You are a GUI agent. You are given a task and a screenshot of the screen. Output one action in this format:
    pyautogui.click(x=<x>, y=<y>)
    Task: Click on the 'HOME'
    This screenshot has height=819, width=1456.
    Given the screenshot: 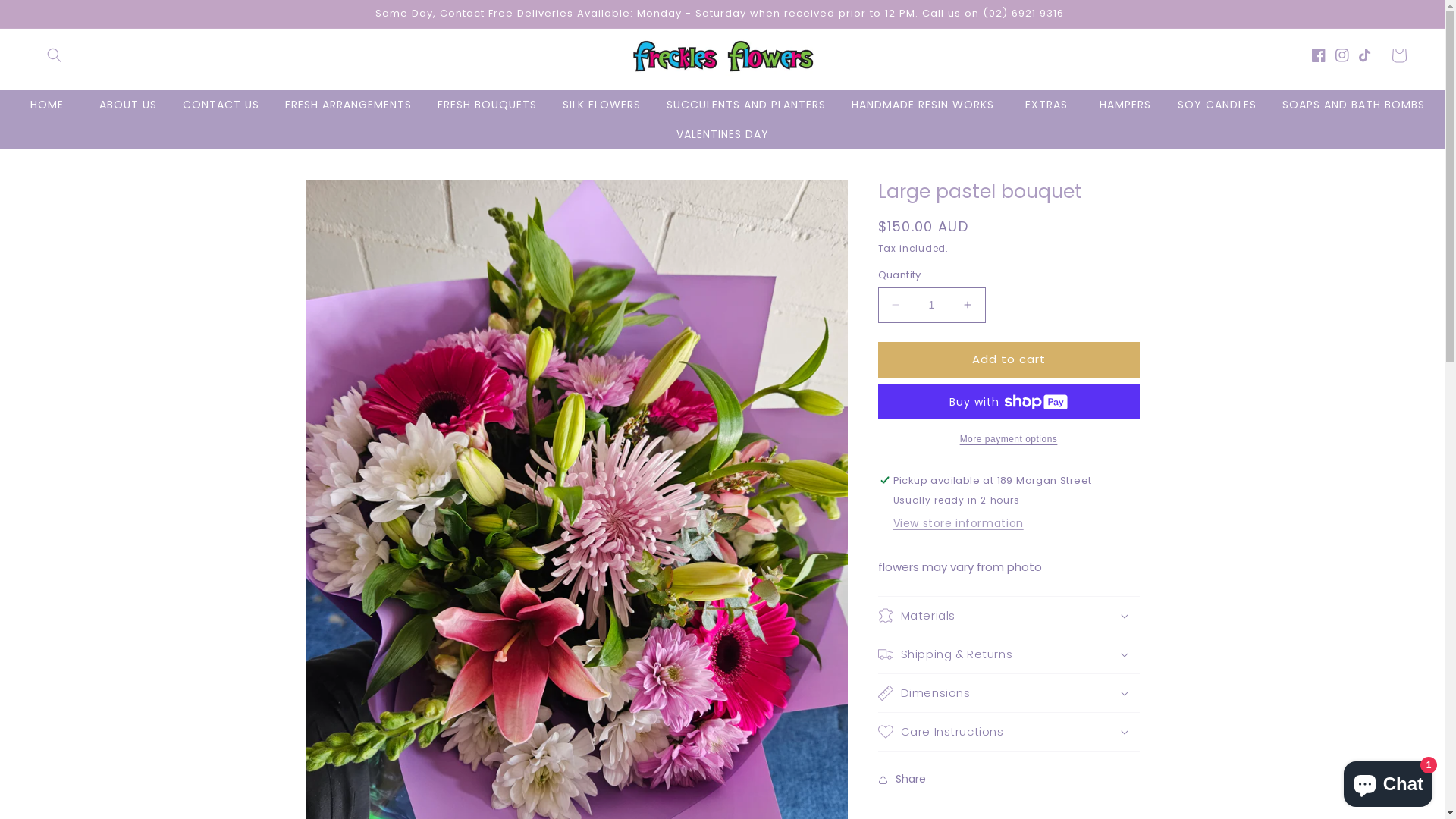 What is the action you would take?
    pyautogui.click(x=47, y=104)
    